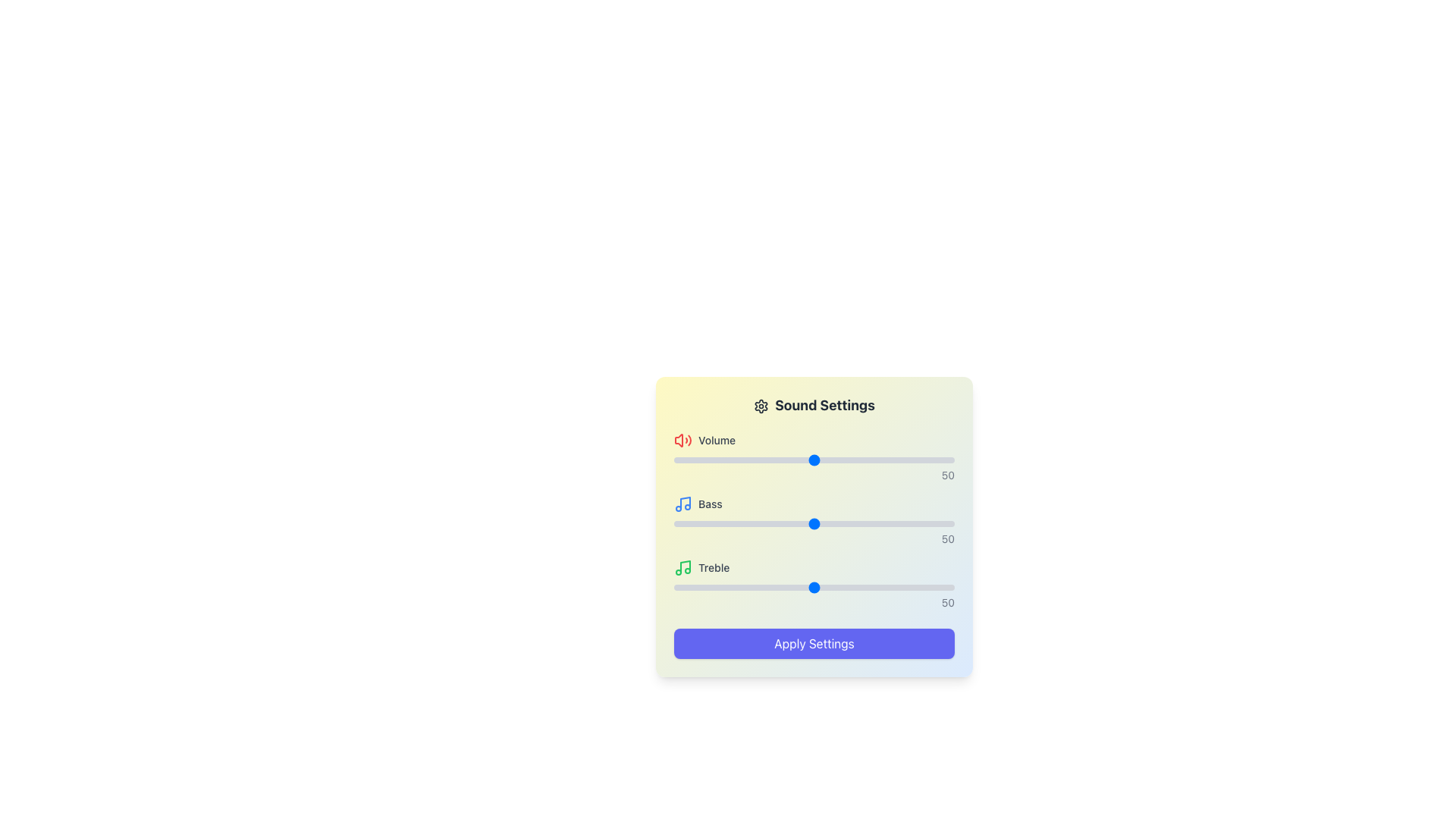 The image size is (1456, 819). What do you see at coordinates (864, 459) in the screenshot?
I see `the volume` at bounding box center [864, 459].